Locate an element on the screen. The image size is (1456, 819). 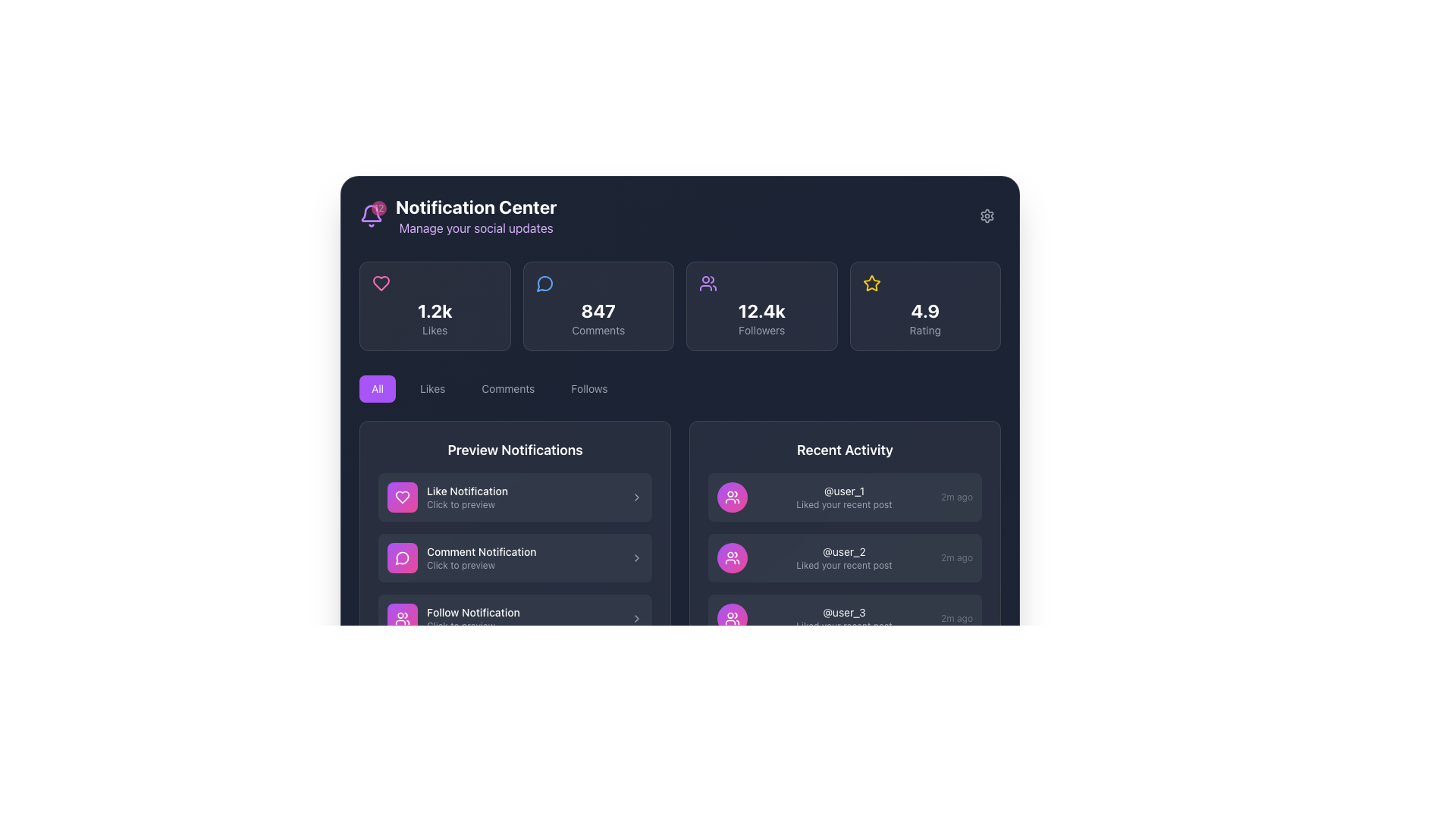
the 'Followers' text label, which is styled in small gray font and positioned below the bold white number '12.4k' within a rounded rectangular card is located at coordinates (761, 329).